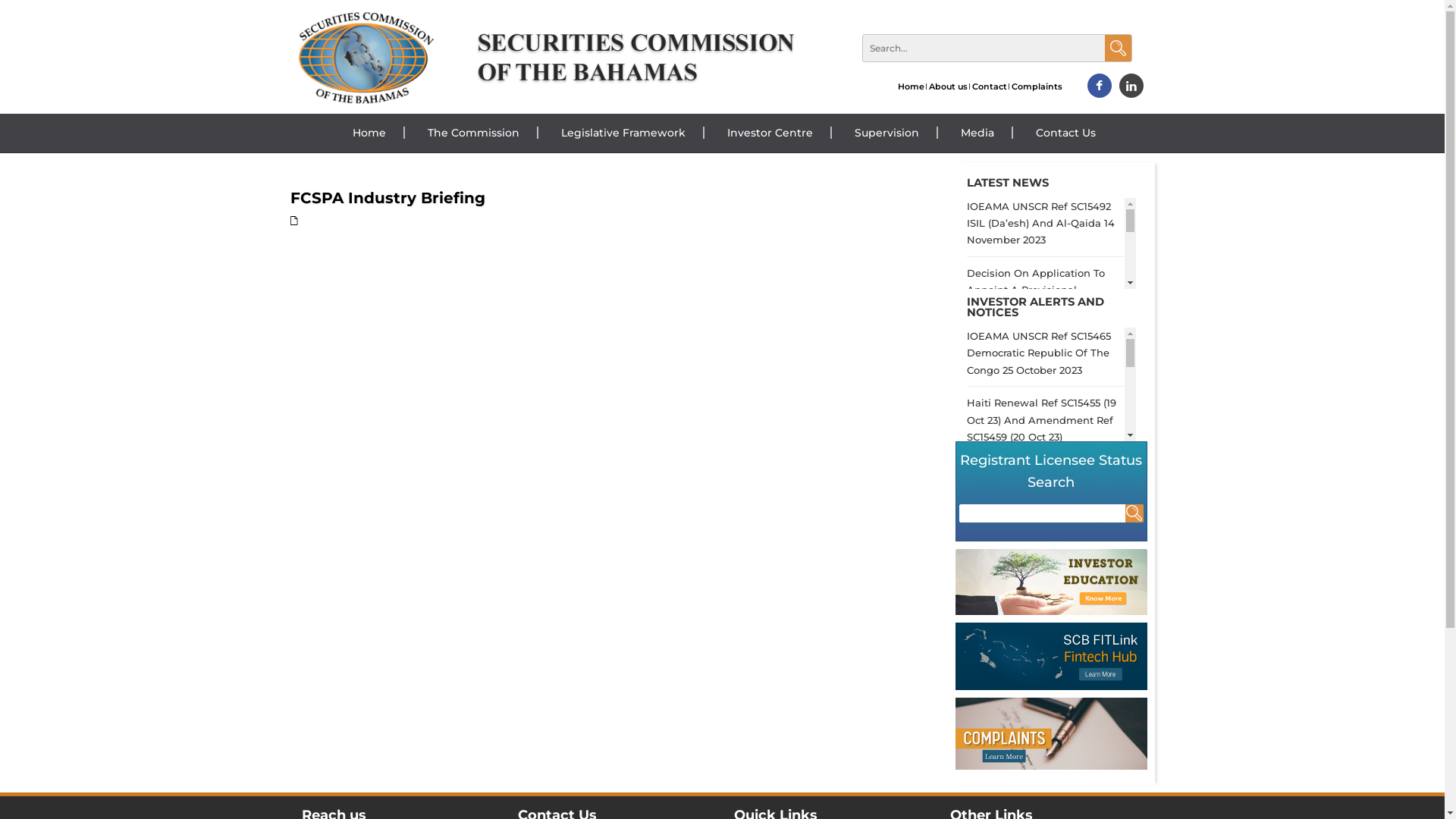 This screenshot has height=819, width=1456. Describe the element at coordinates (1015, 132) in the screenshot. I see `'Contact Us'` at that location.